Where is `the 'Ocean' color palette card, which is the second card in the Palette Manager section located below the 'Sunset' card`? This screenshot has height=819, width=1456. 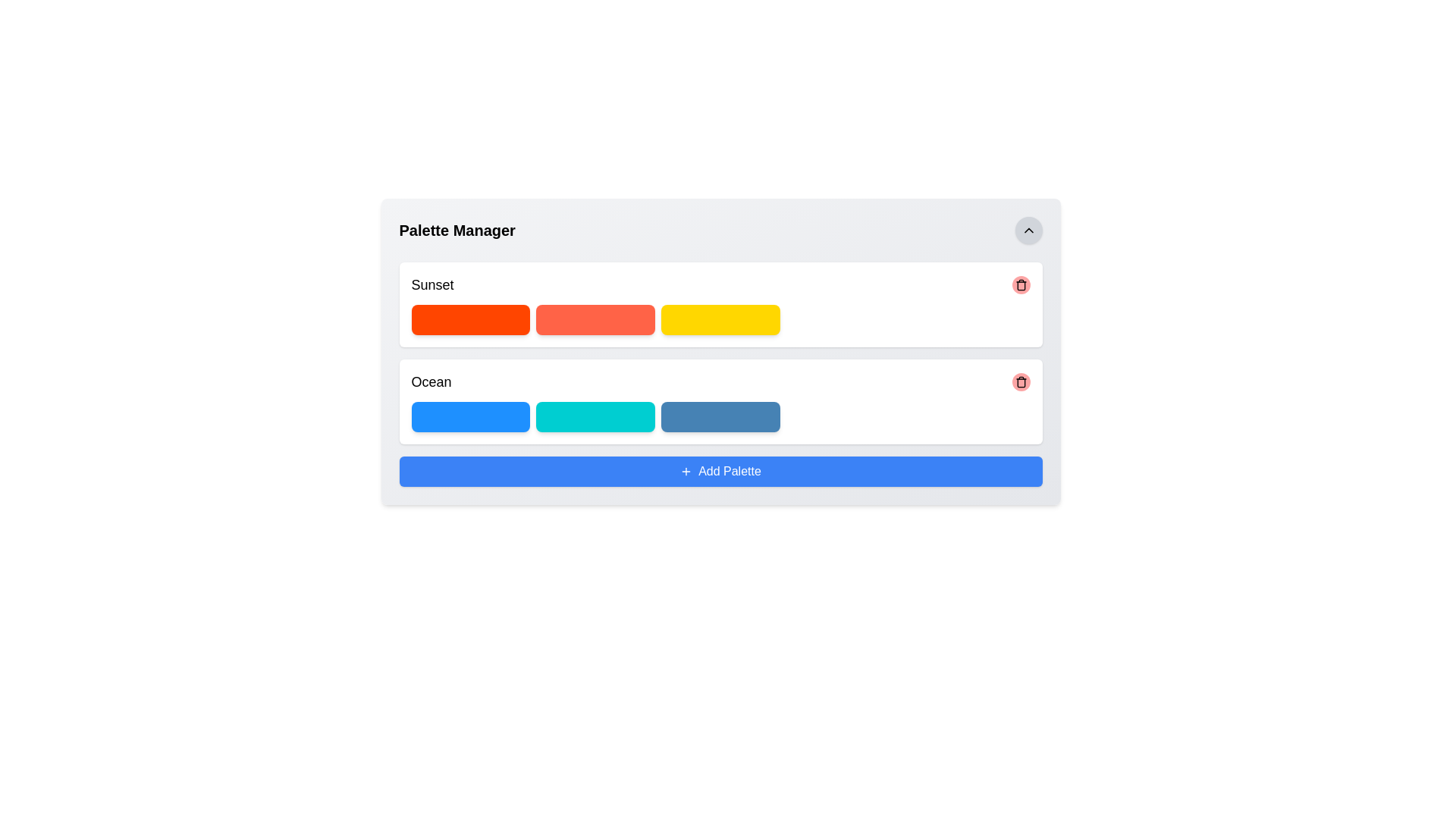 the 'Ocean' color palette card, which is the second card in the Palette Manager section located below the 'Sunset' card is located at coordinates (720, 400).